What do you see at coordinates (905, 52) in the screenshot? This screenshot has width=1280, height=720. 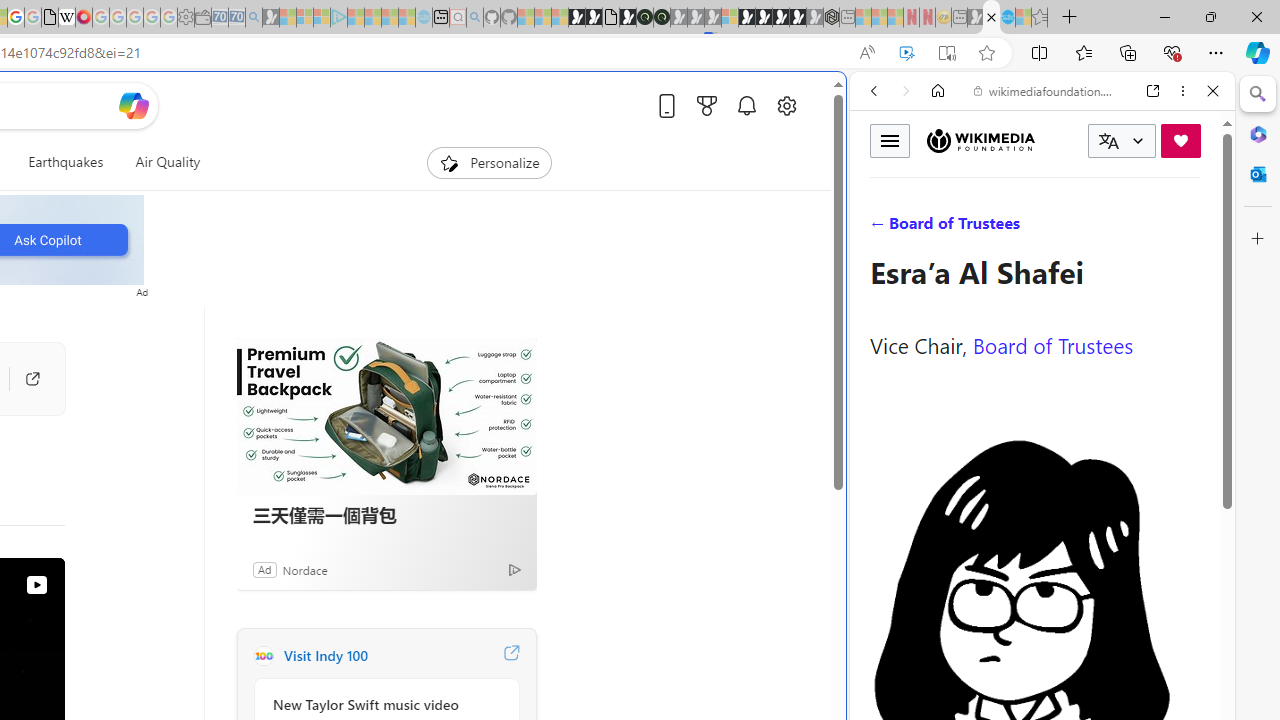 I see `'Enhance video'` at bounding box center [905, 52].